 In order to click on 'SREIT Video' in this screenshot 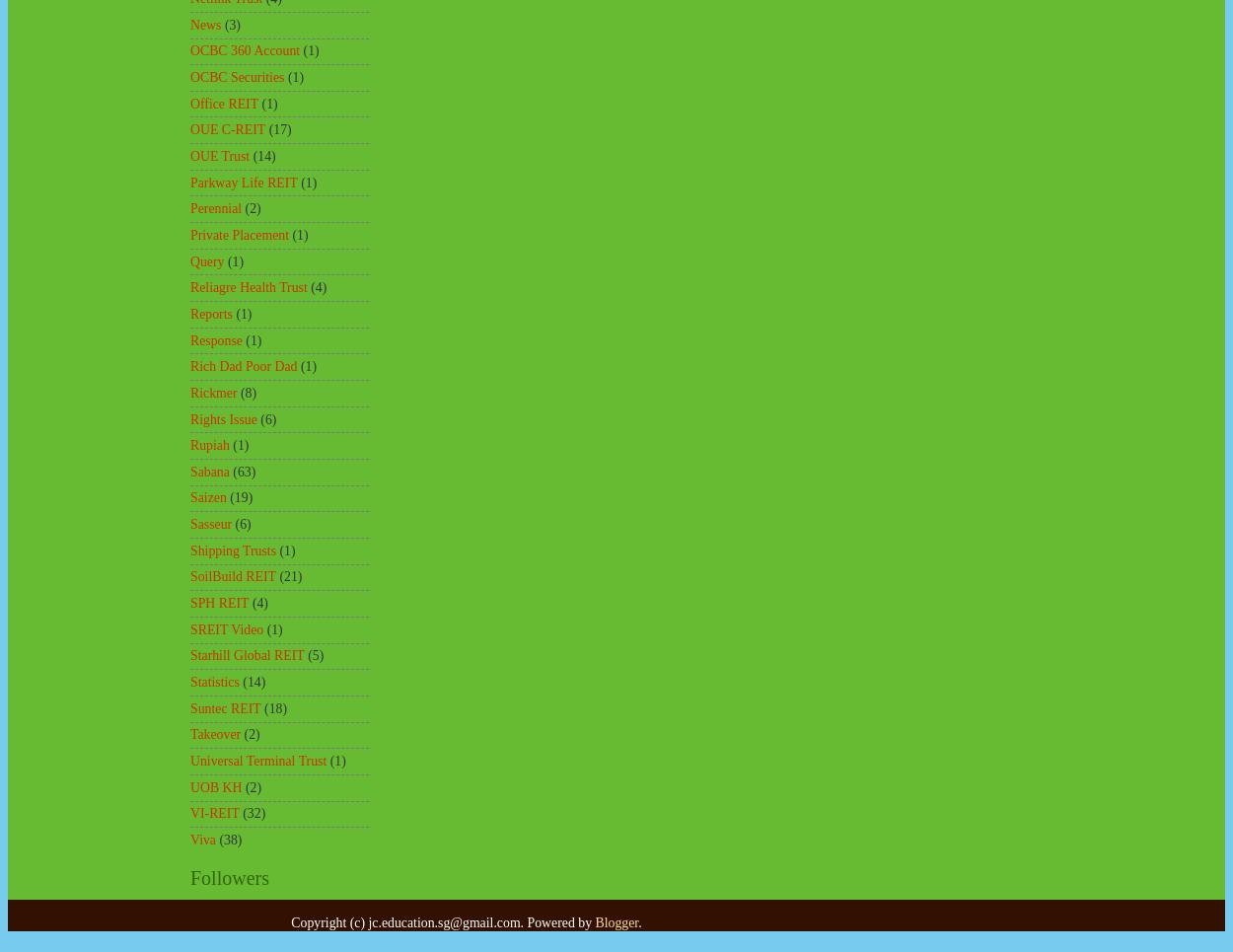, I will do `click(226, 628)`.